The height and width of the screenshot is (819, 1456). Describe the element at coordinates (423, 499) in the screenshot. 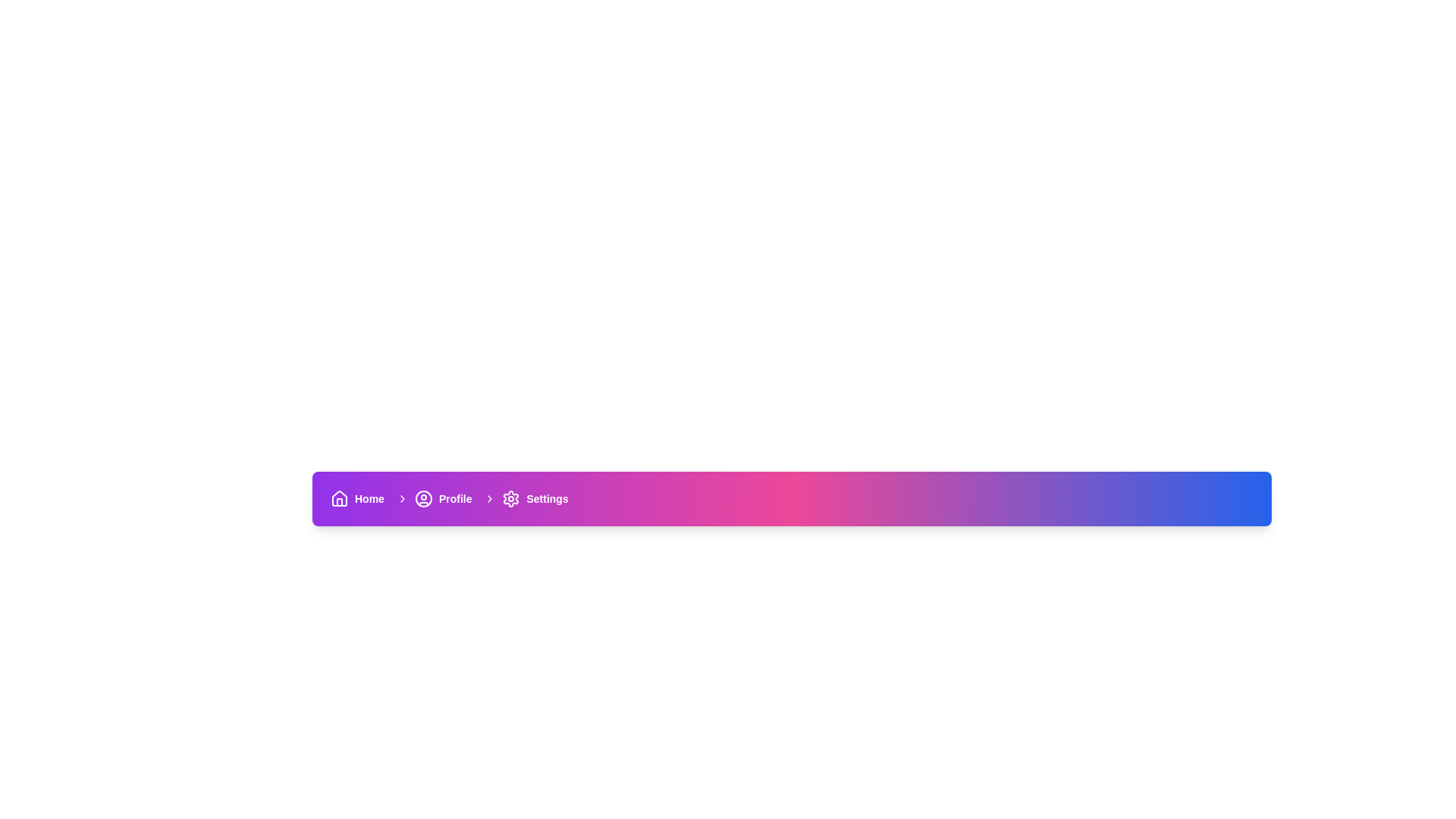

I see `the SVG Circle representing the 'Profile' section icon with a purple background gradient, located at the bottom center of the interface` at that location.